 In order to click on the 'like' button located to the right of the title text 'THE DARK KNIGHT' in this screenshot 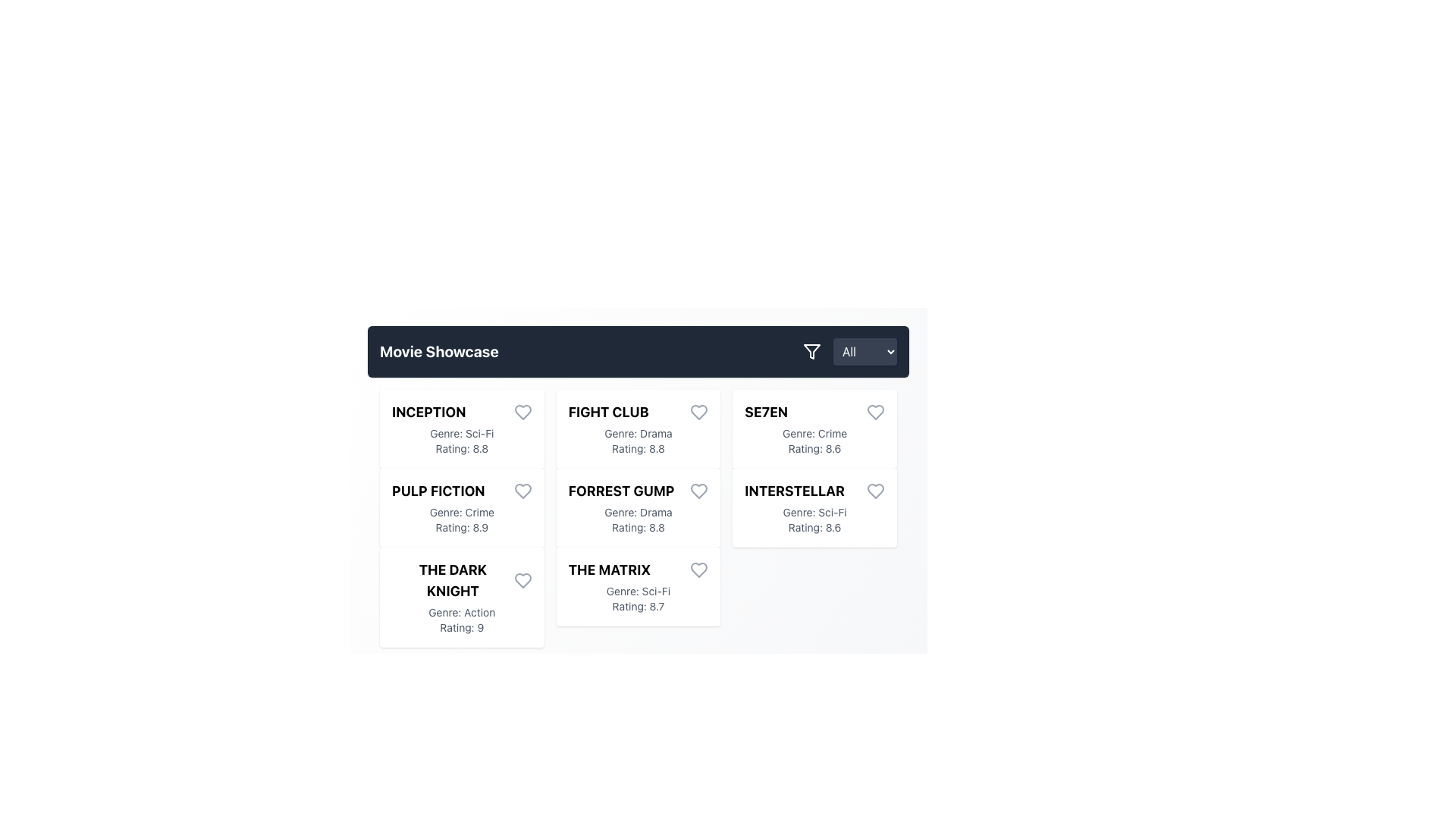, I will do `click(522, 580)`.